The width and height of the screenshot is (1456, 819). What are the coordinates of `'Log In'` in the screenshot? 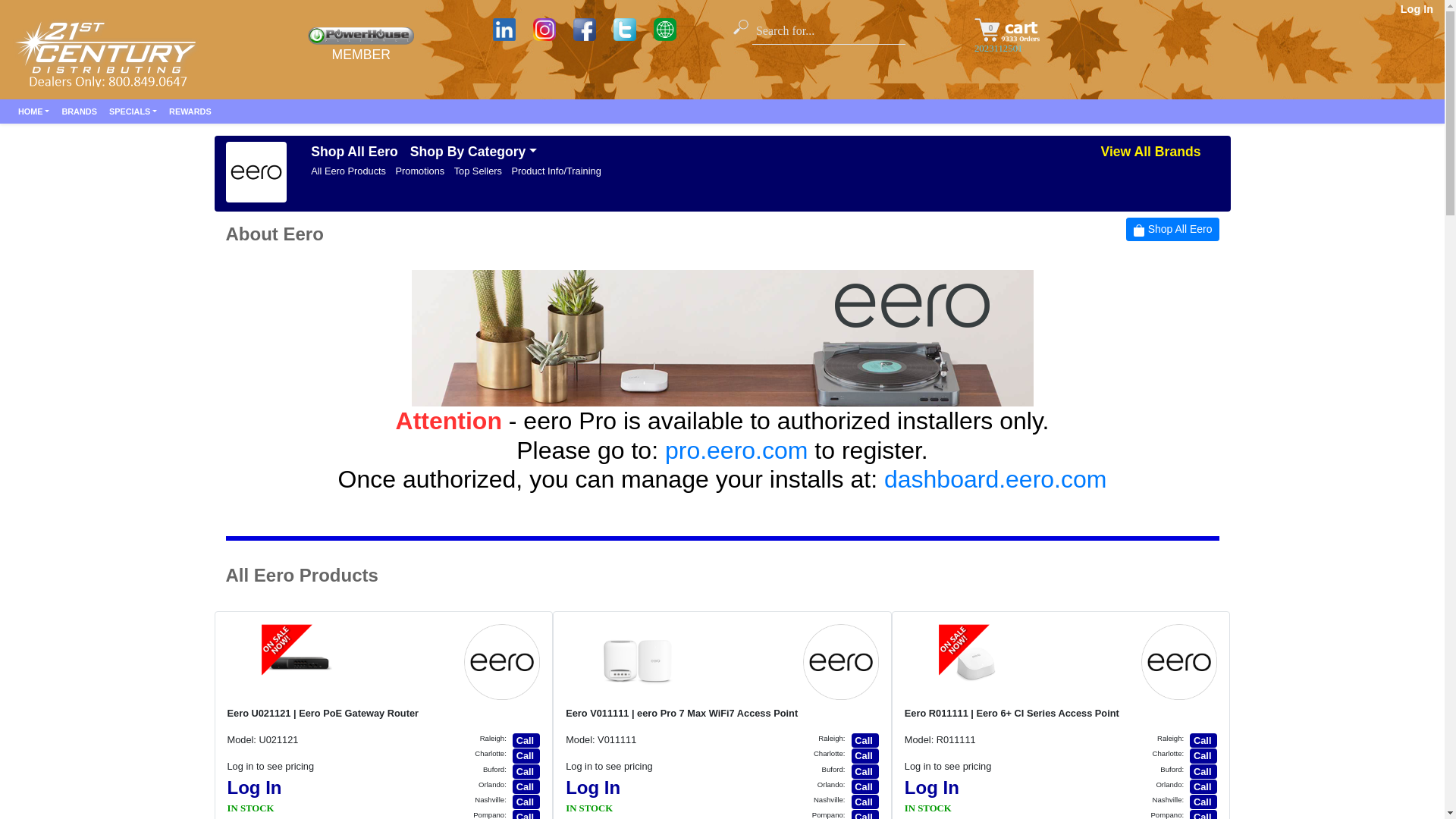 It's located at (930, 786).